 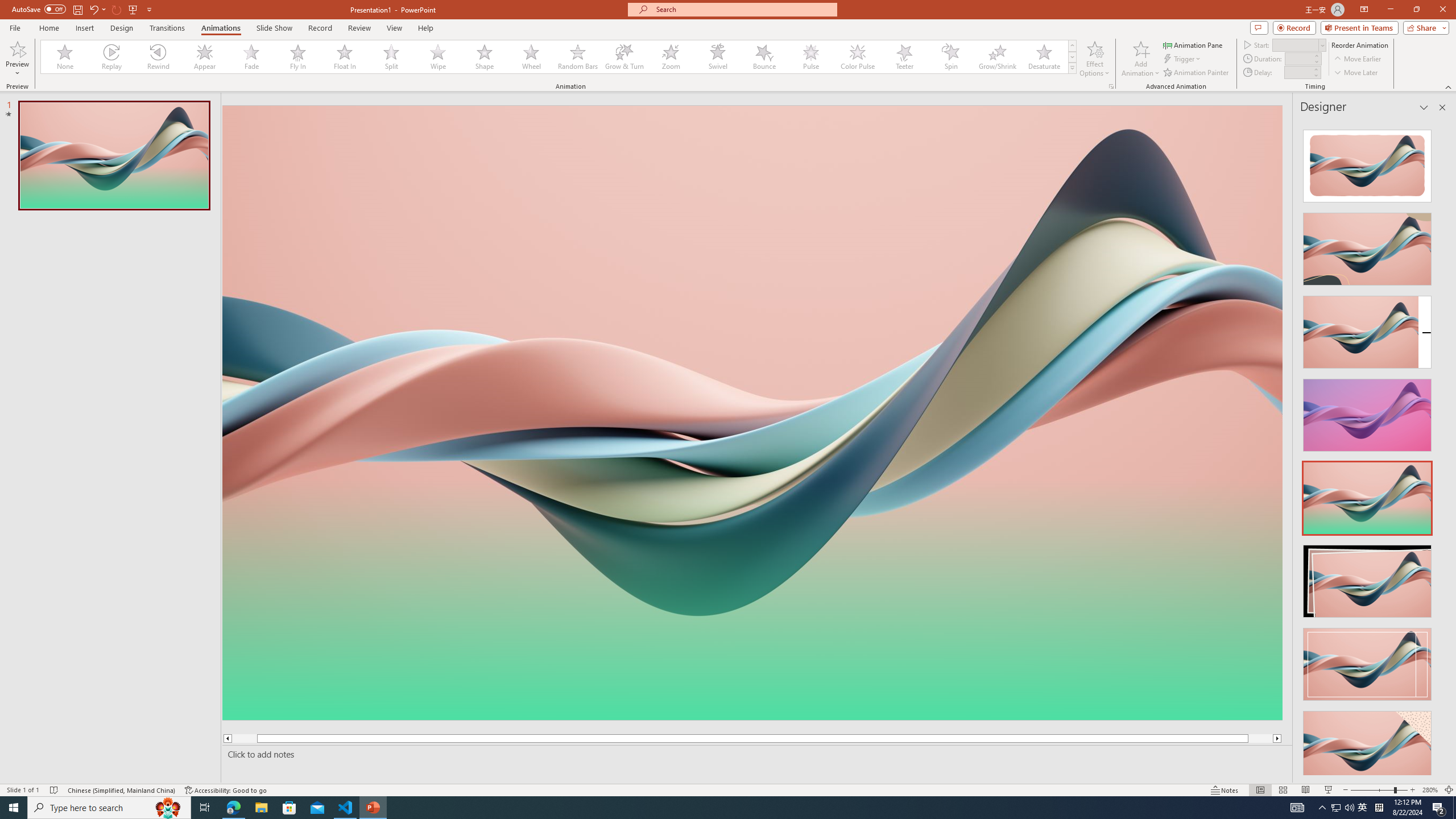 What do you see at coordinates (158, 56) in the screenshot?
I see `'Rewind'` at bounding box center [158, 56].